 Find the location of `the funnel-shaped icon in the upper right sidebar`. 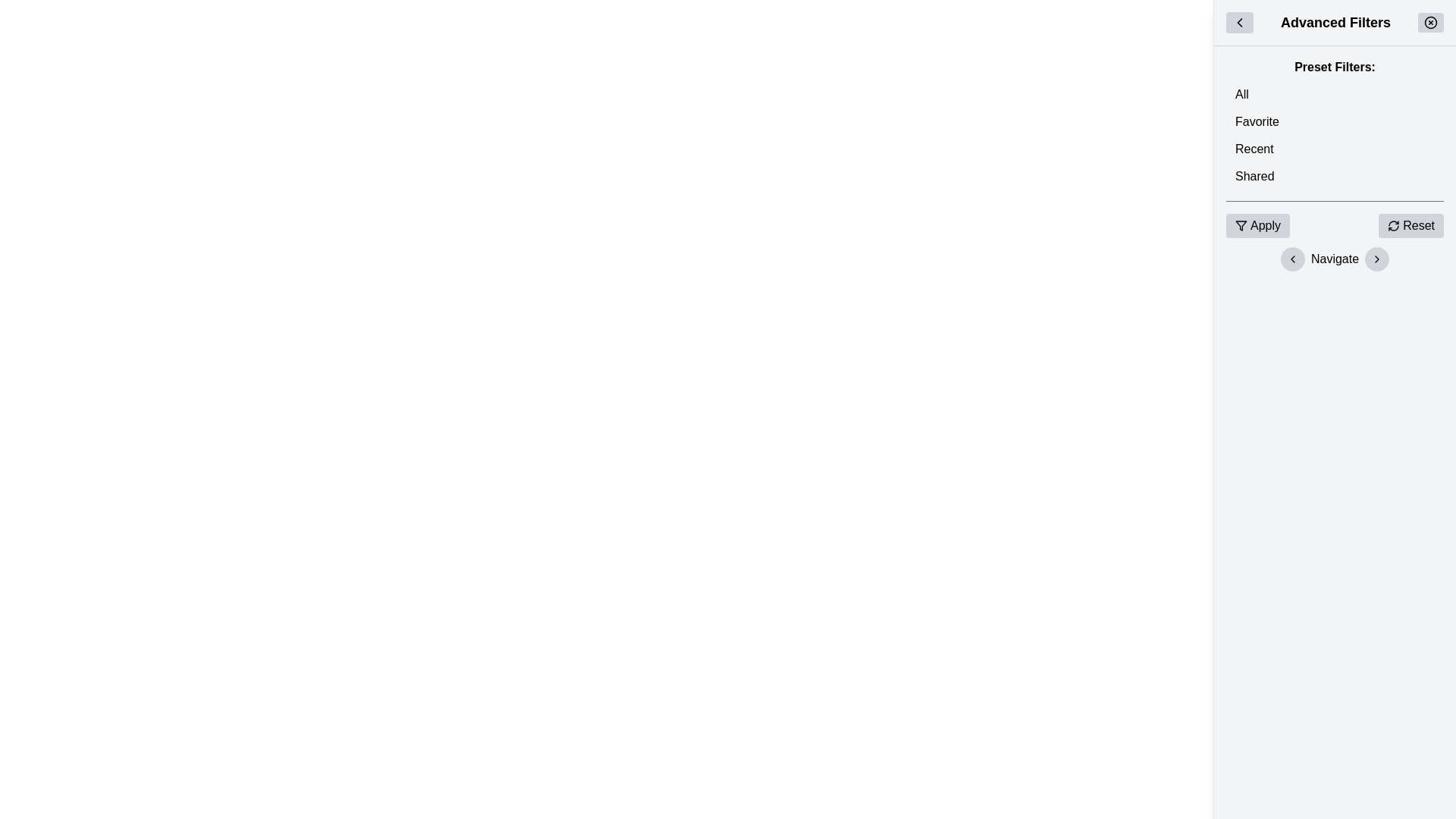

the funnel-shaped icon in the upper right sidebar is located at coordinates (1241, 225).